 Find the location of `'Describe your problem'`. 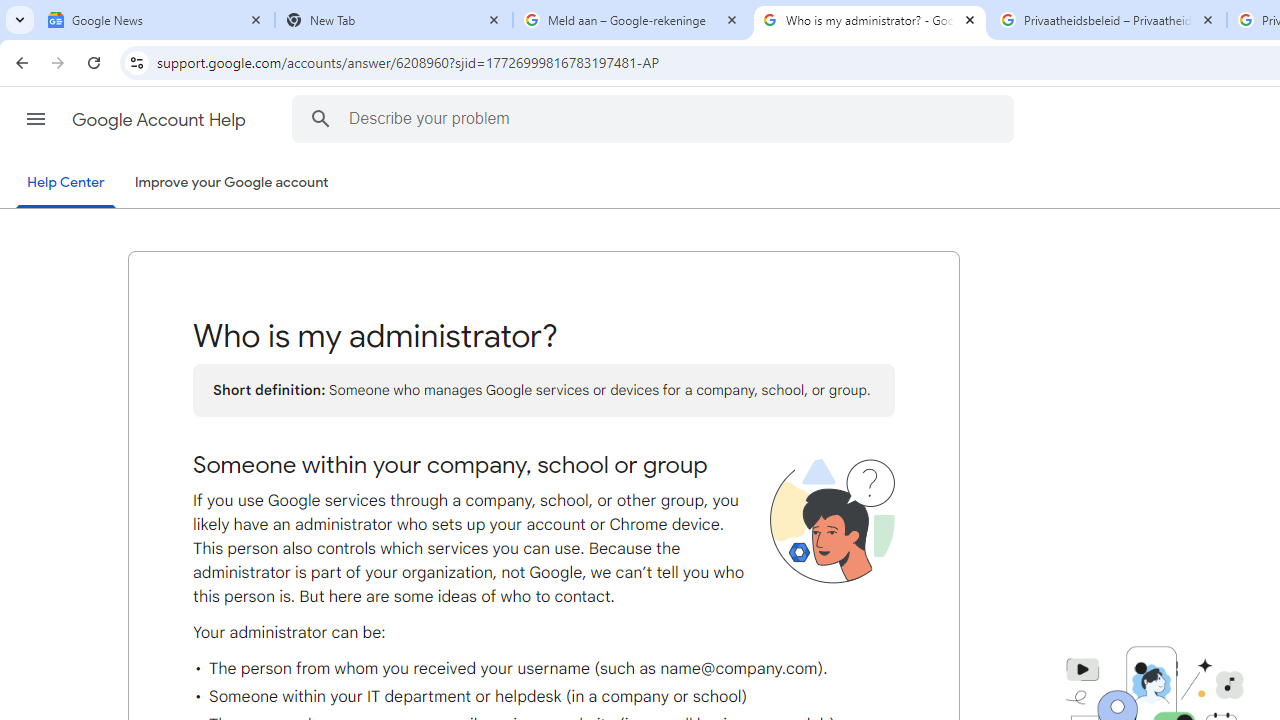

'Describe your problem' is located at coordinates (656, 118).